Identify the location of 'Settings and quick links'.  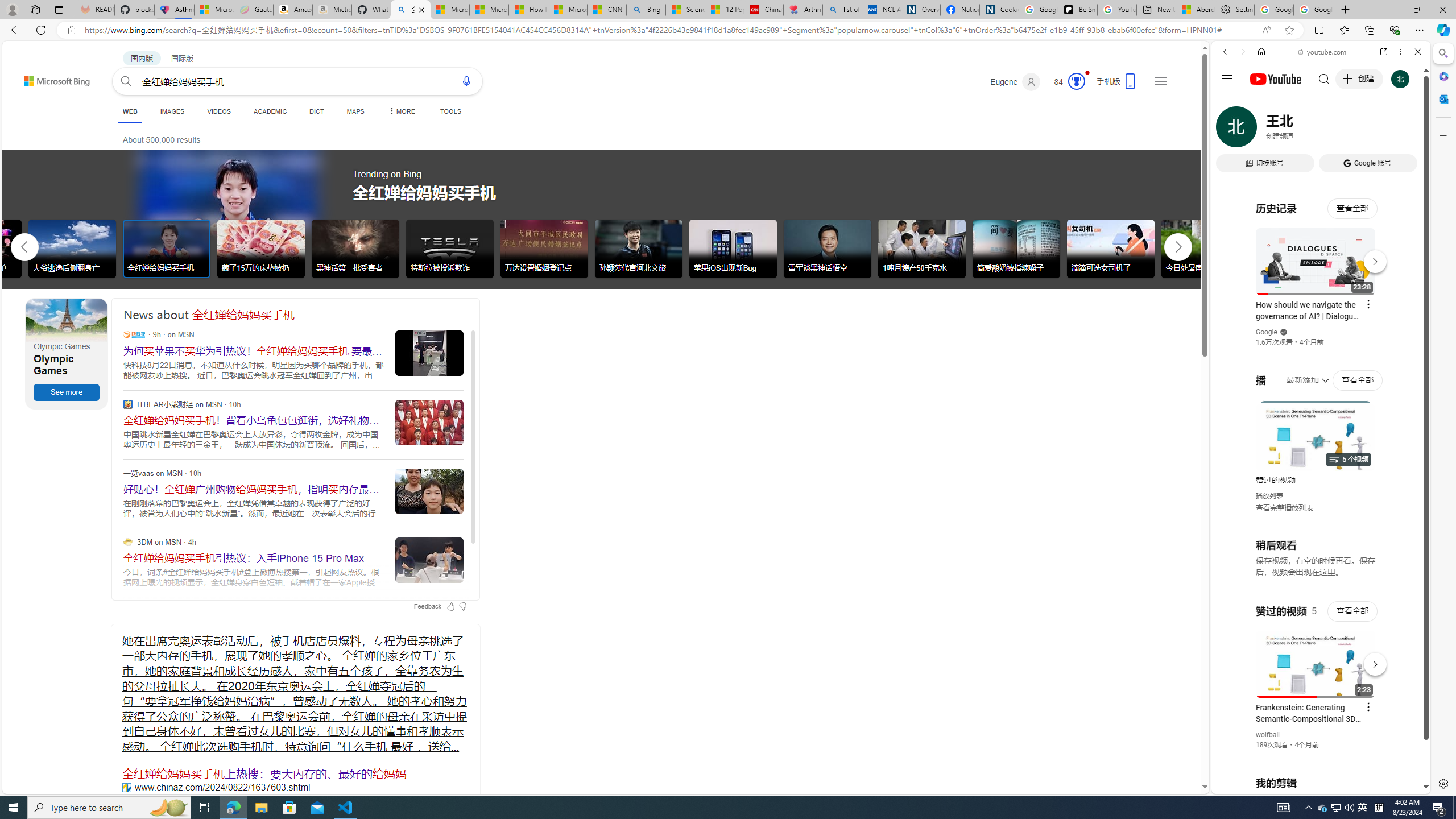
(1160, 80).